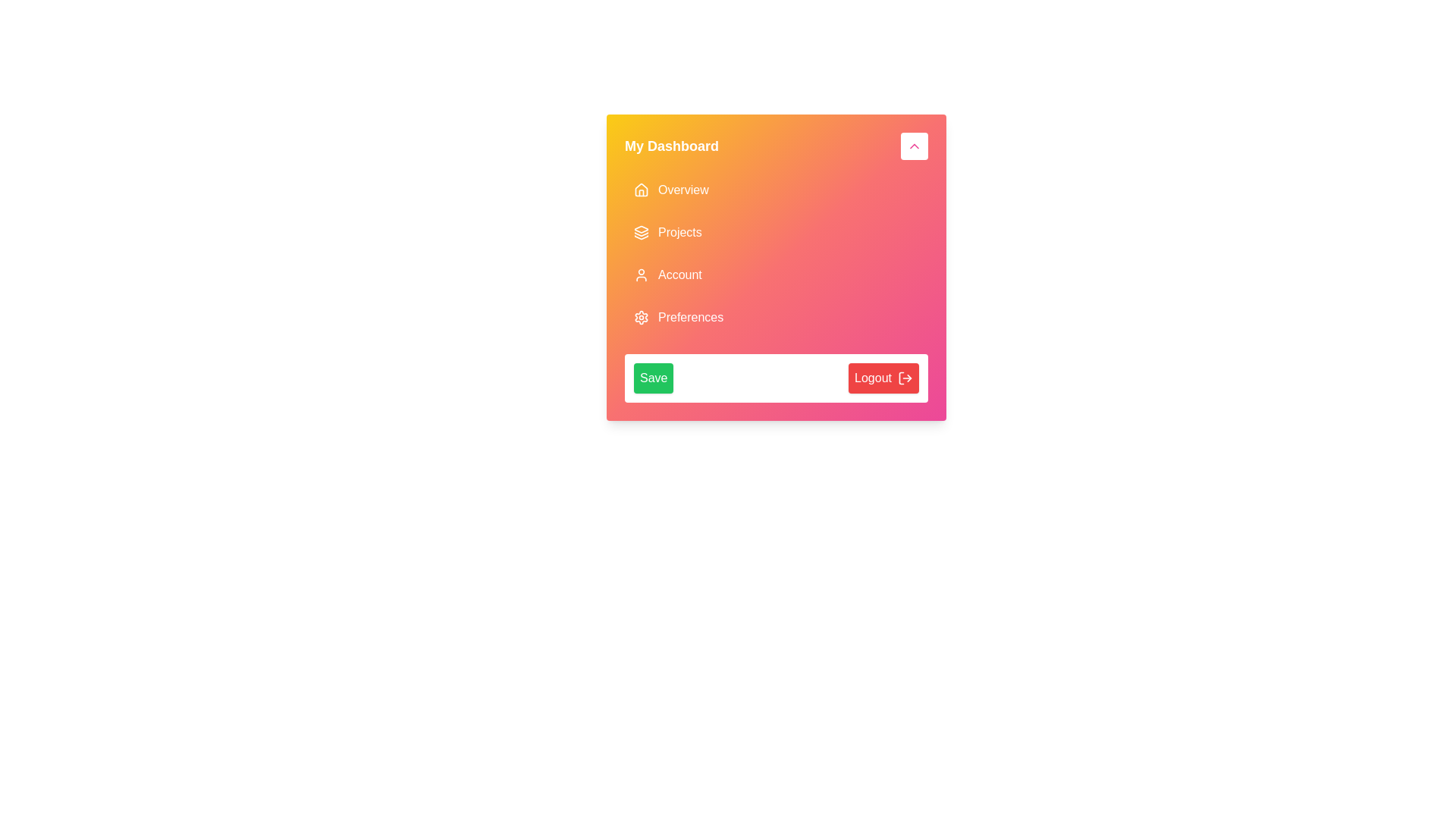 Image resolution: width=1456 pixels, height=819 pixels. Describe the element at coordinates (776, 317) in the screenshot. I see `the 'Preferences' menu item, which is the fourth item in the vertical list of menu items, located between 'Account' and the buttons for 'Save' and 'Logout'` at that location.